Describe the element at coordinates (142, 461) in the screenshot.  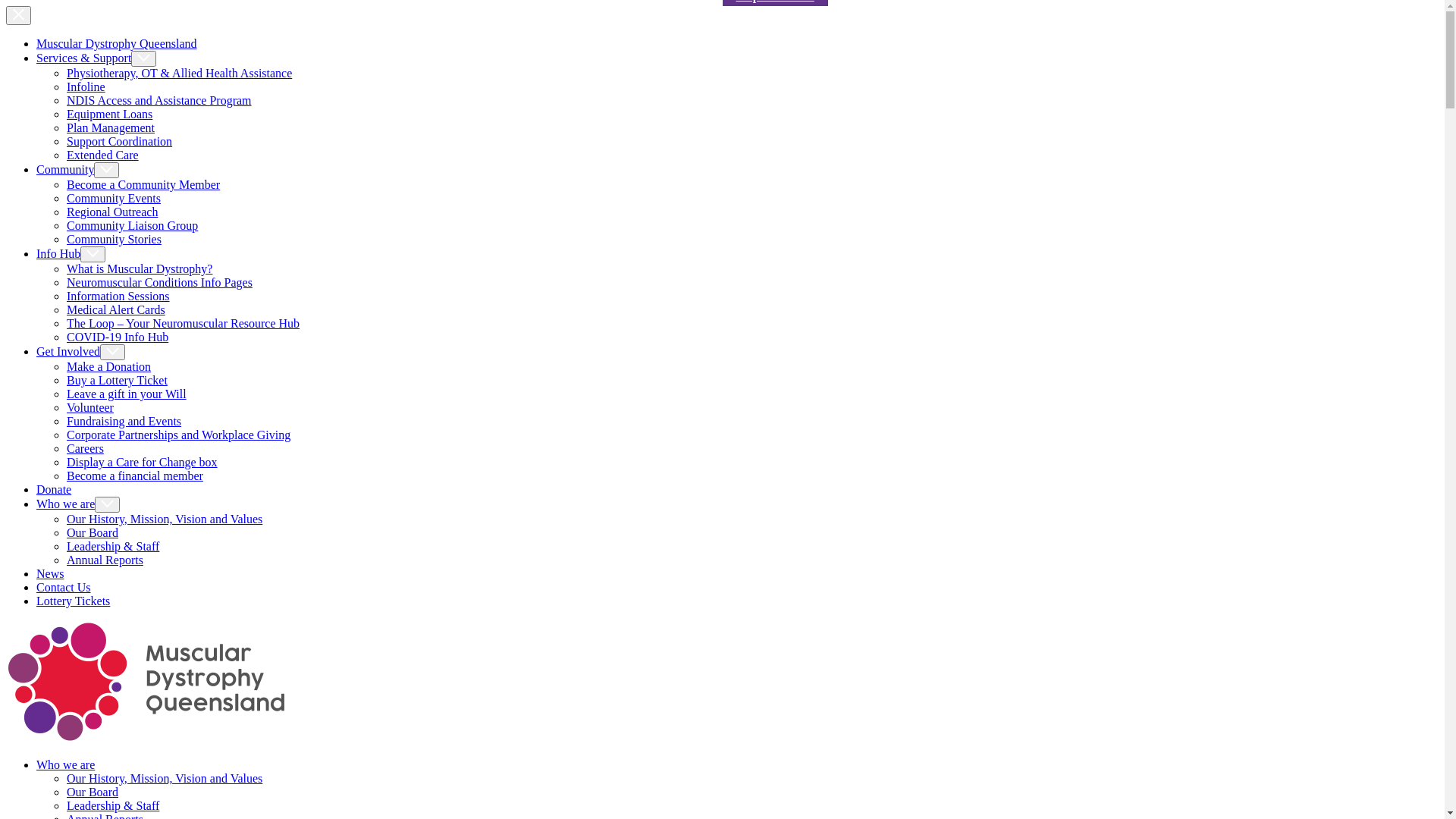
I see `'Display a Care for Change box'` at that location.